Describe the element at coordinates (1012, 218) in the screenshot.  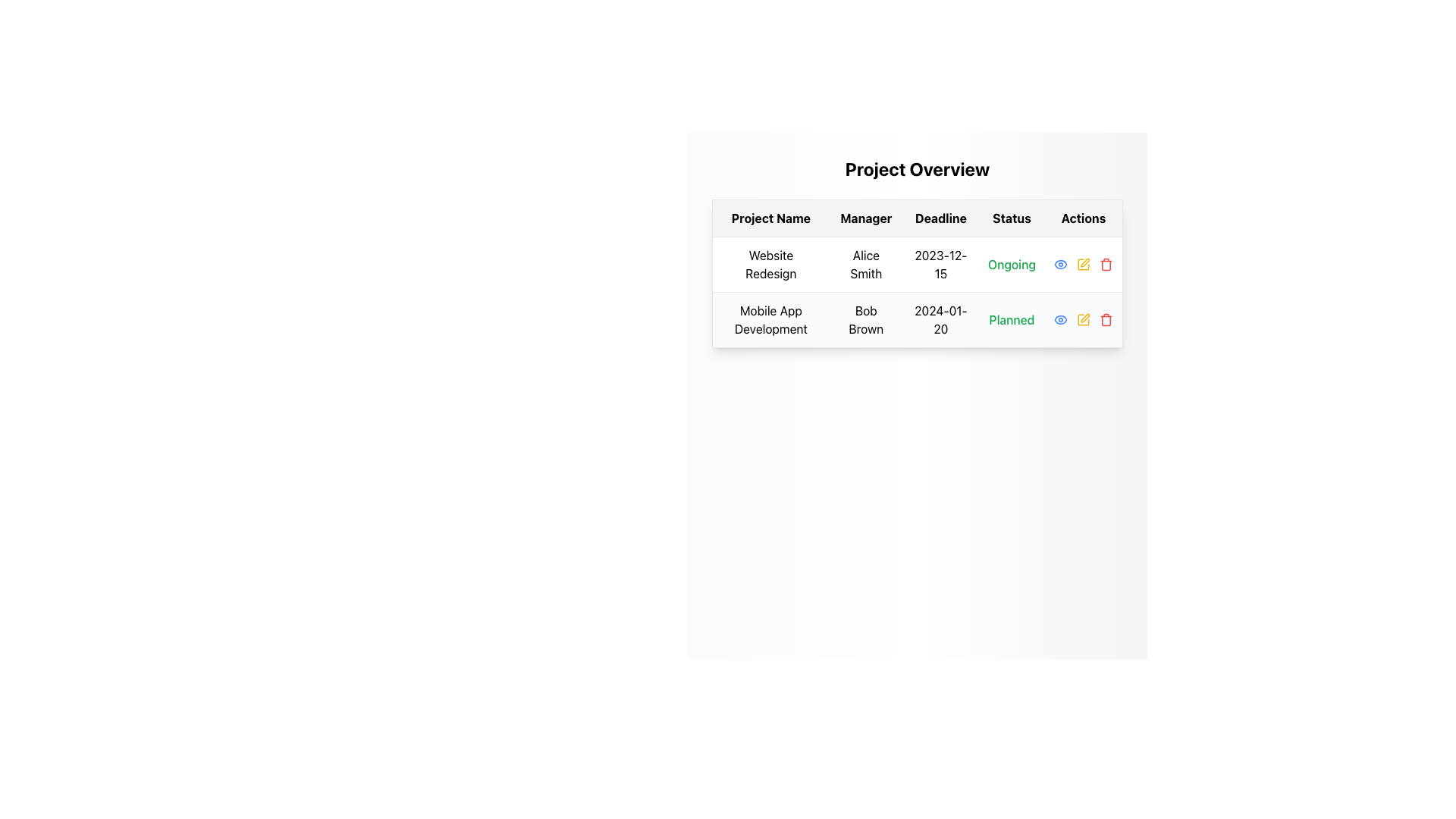
I see `the 'Status' header label in the table, which is the fourth column title and provides reference for status values` at that location.